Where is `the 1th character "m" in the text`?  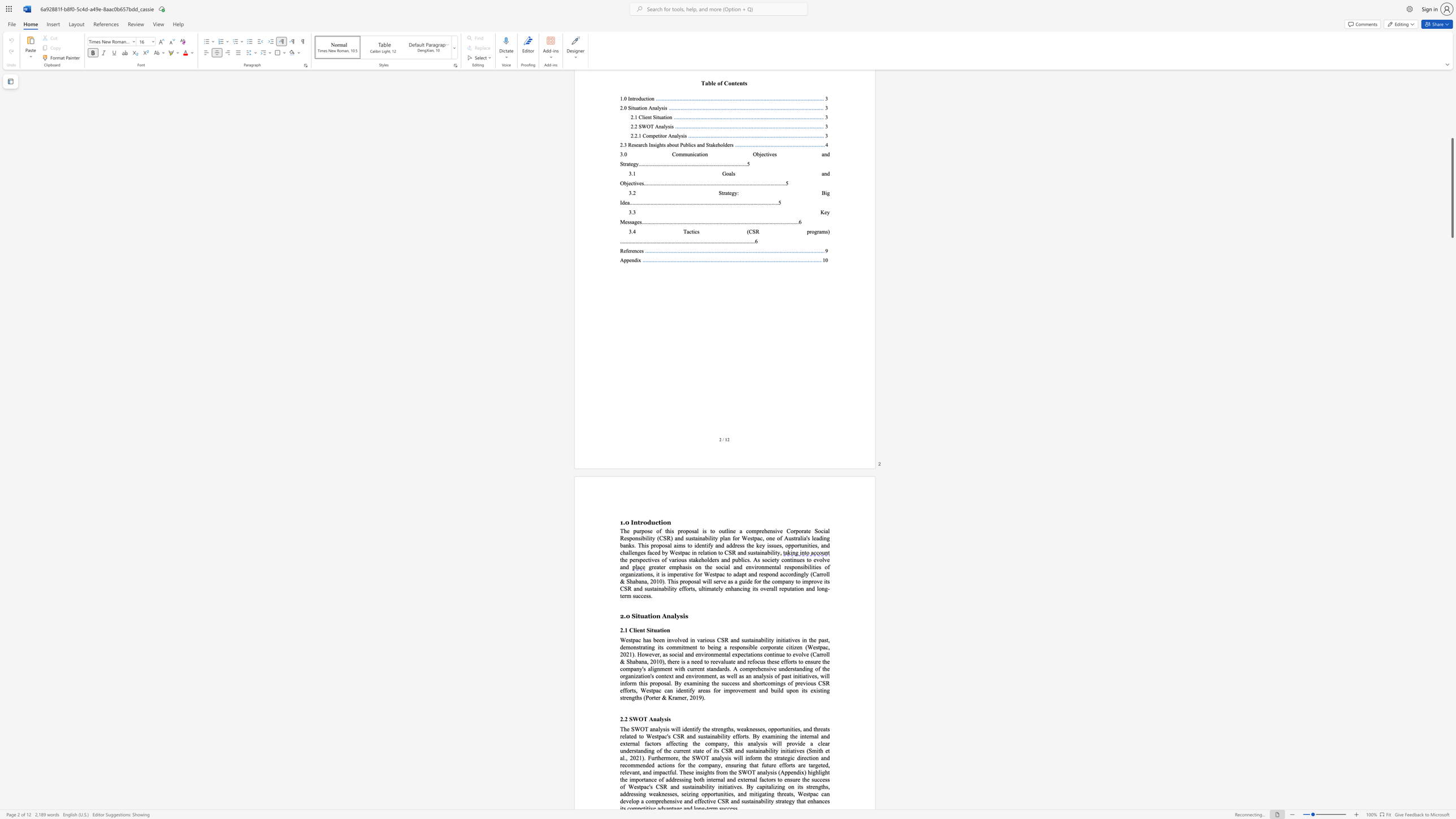
the 1th character "m" in the text is located at coordinates (708, 588).